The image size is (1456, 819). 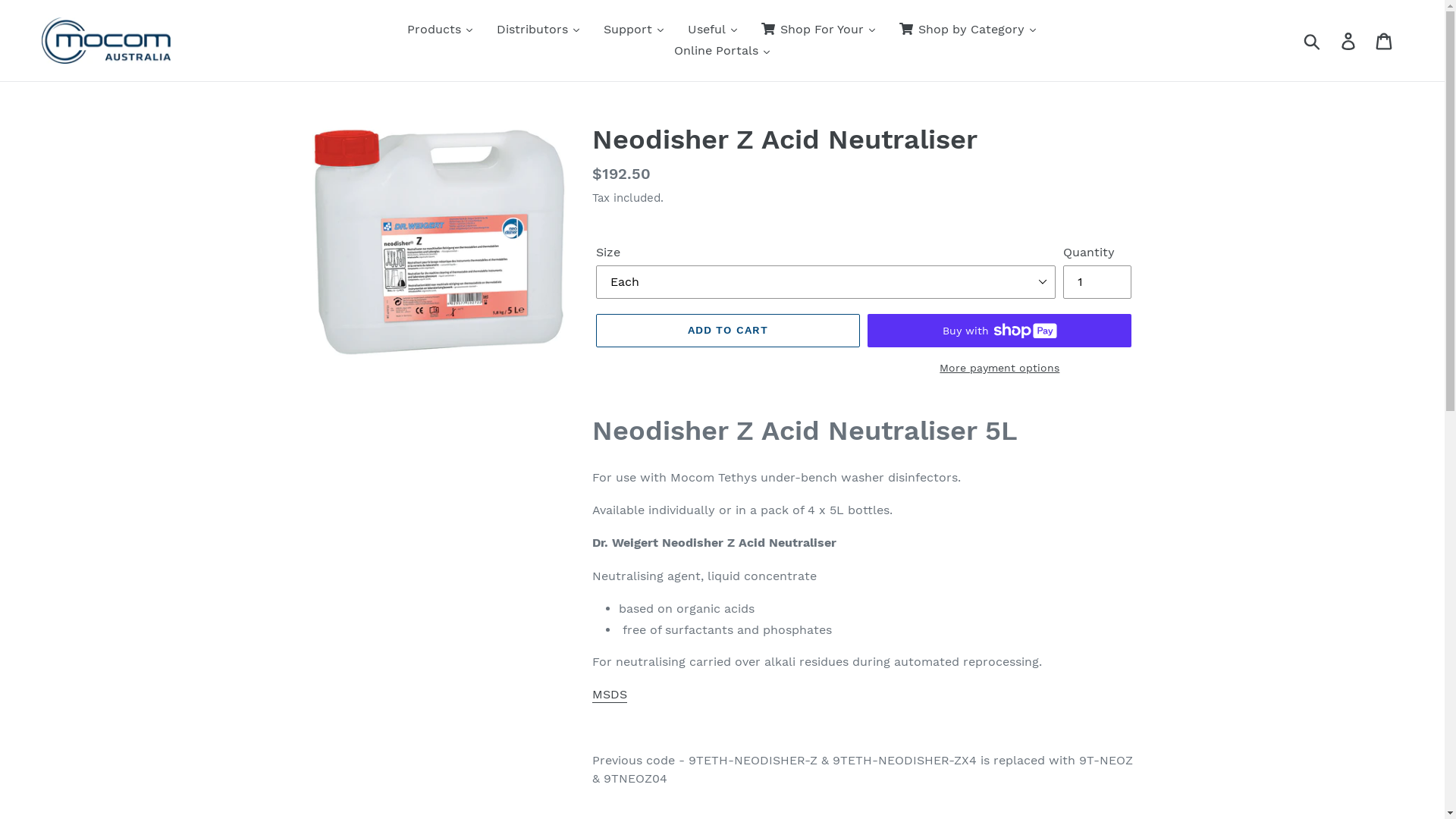 What do you see at coordinates (439, 29) in the screenshot?
I see `'Products'` at bounding box center [439, 29].